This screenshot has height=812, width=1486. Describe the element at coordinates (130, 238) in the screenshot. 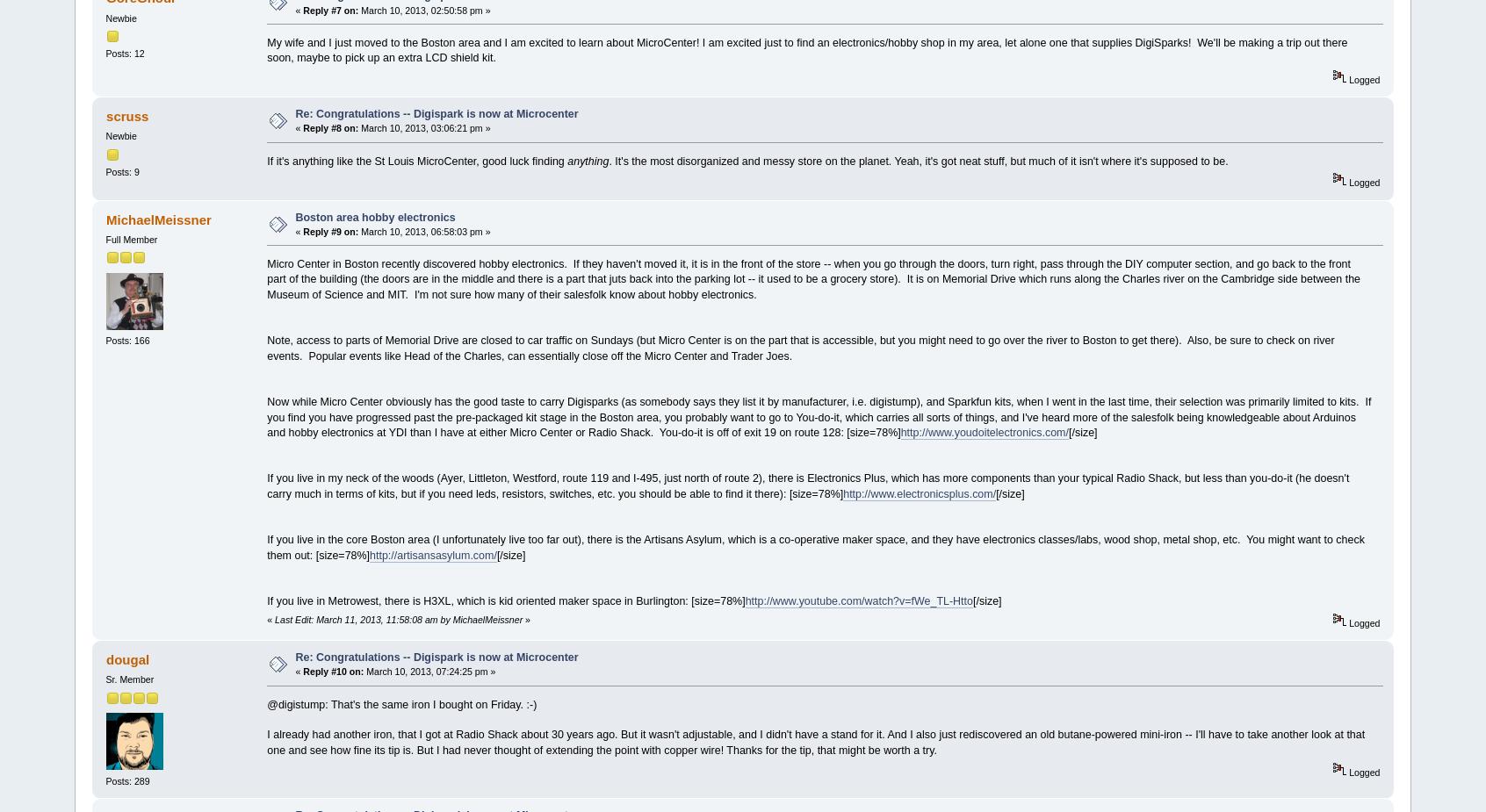

I see `'Full Member'` at that location.